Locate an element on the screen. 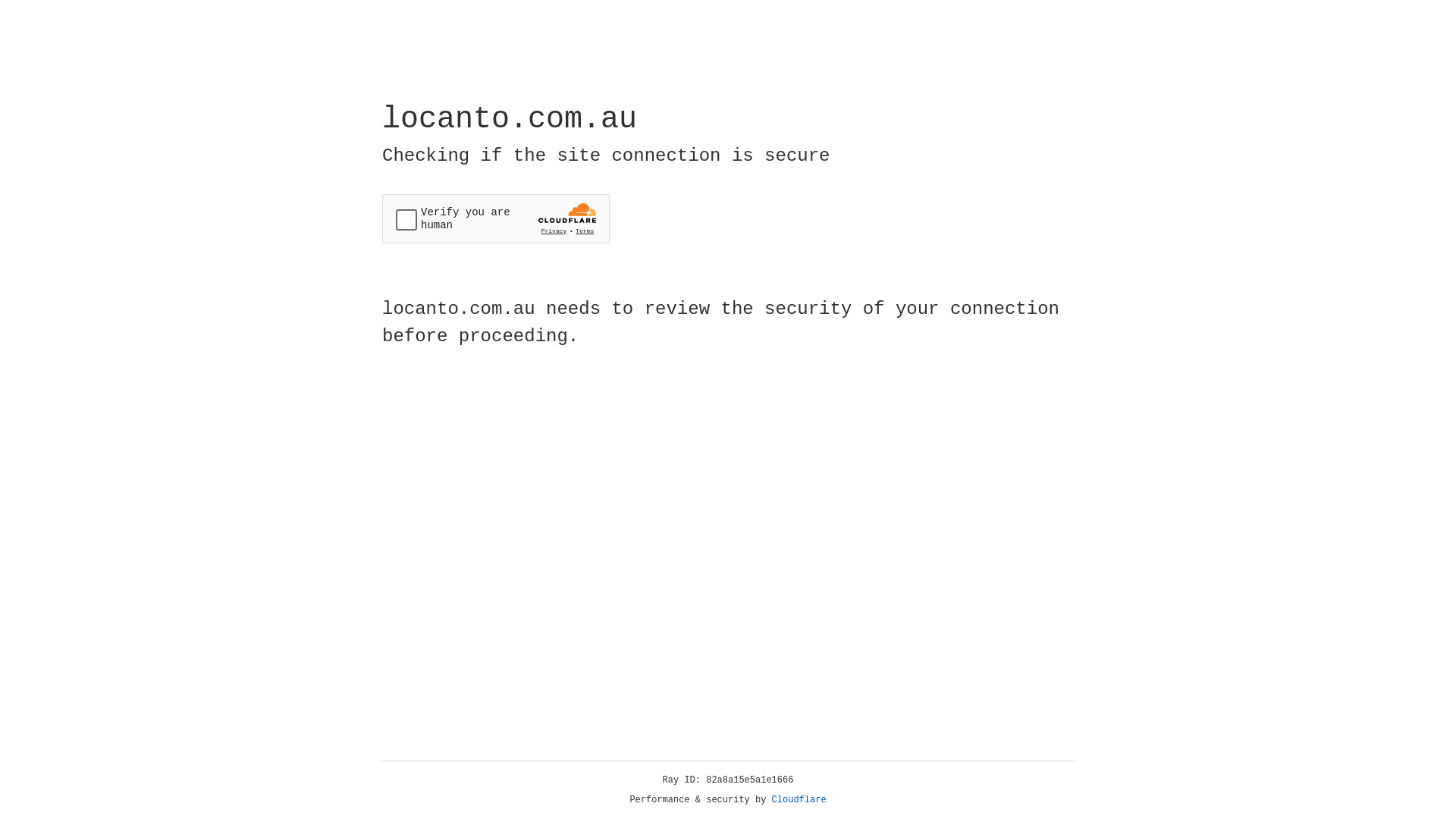 The width and height of the screenshot is (1456, 819). 'Cloudflare' is located at coordinates (799, 799).